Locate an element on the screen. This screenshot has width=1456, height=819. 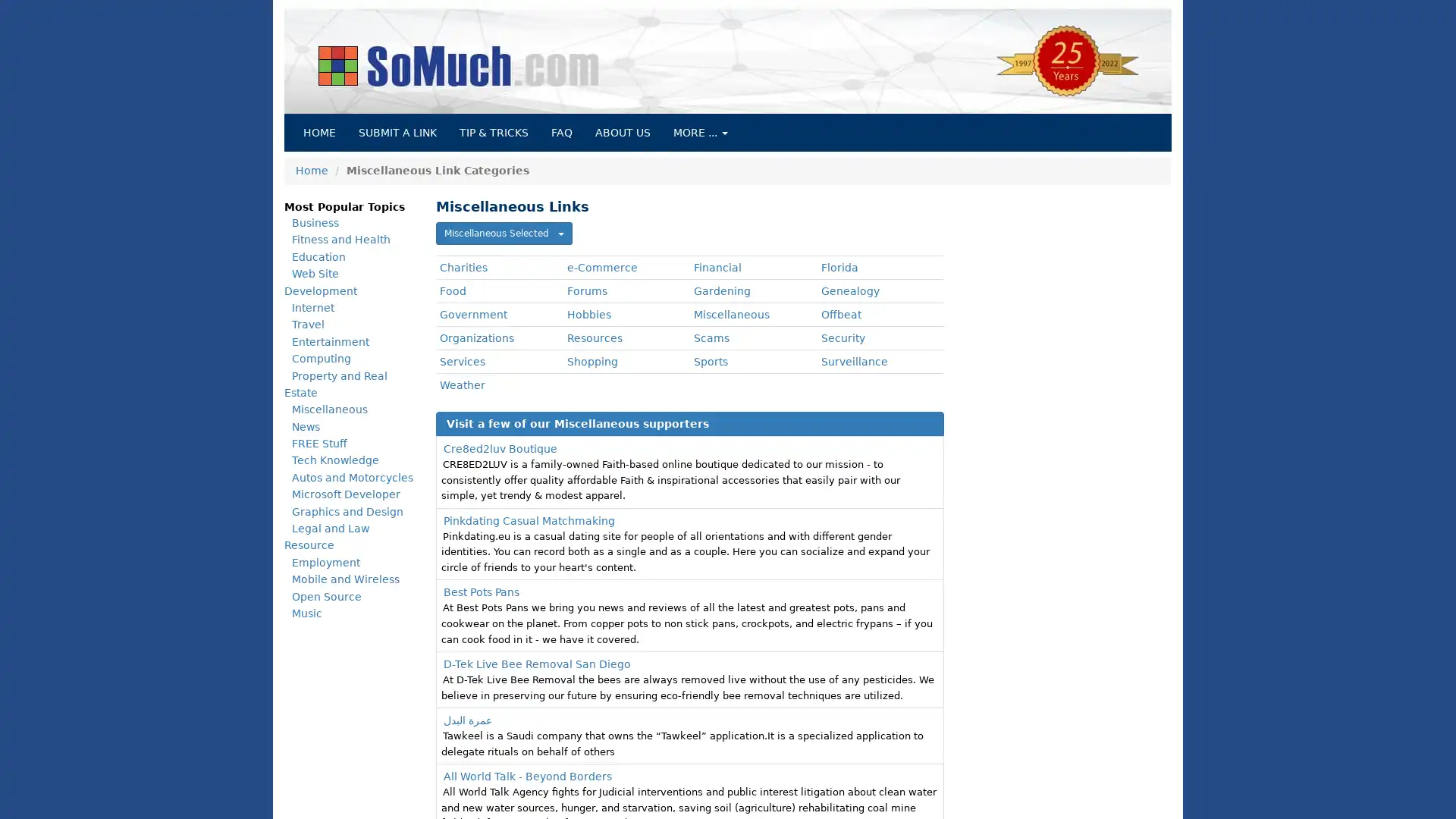
Miscellaneous Selected is located at coordinates (504, 234).